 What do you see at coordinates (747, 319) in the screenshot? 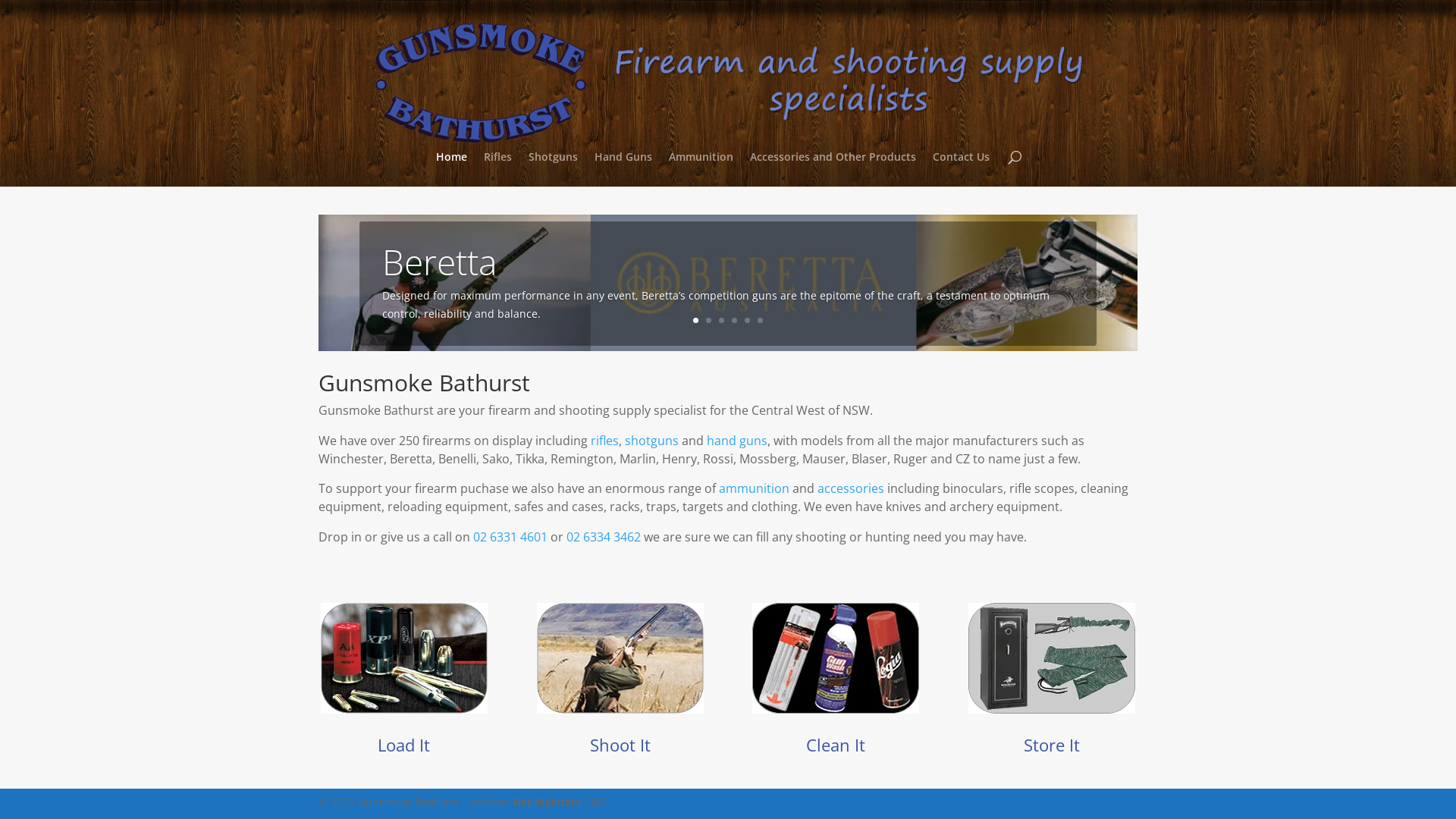
I see `'5'` at bounding box center [747, 319].